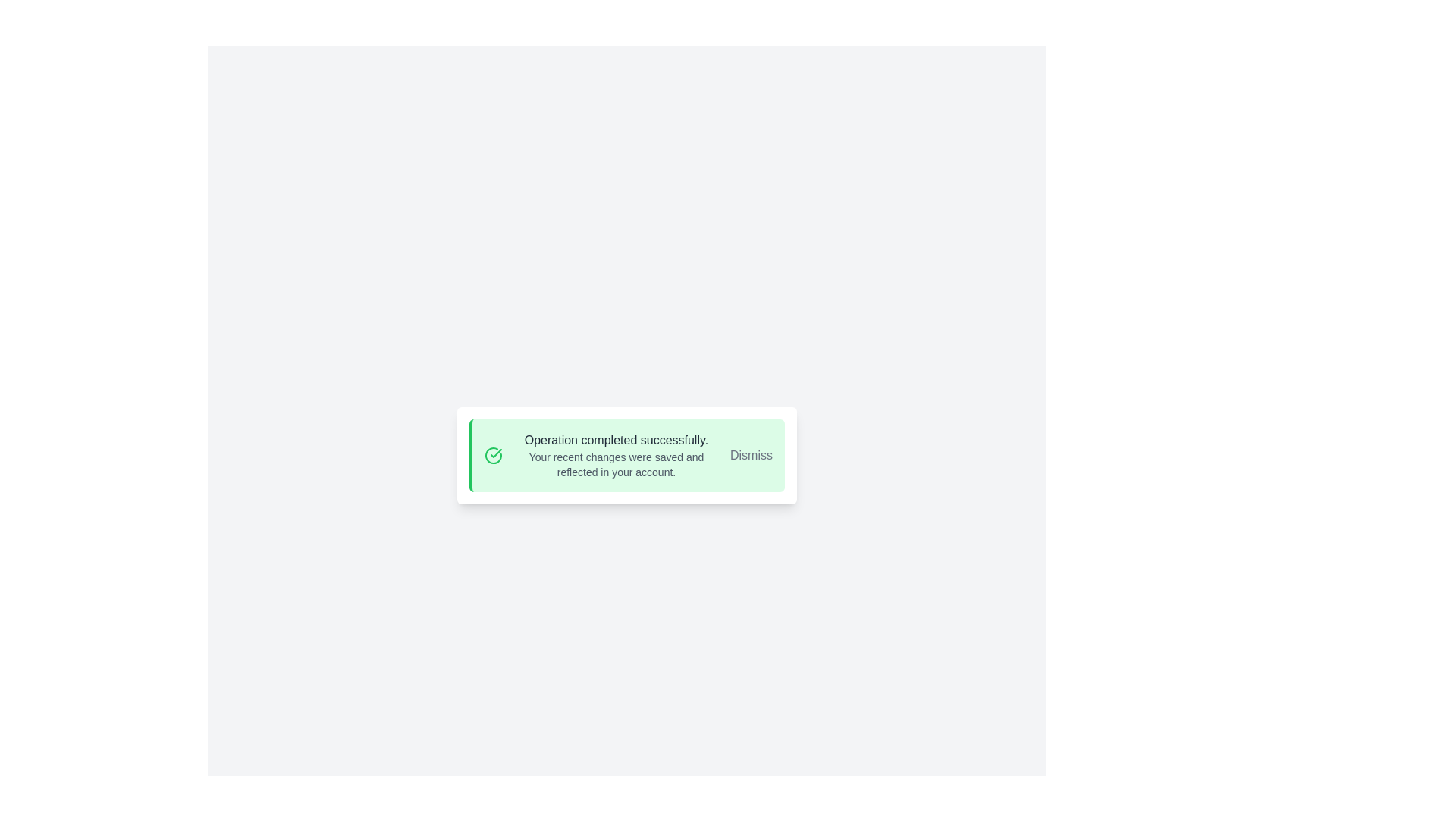 The height and width of the screenshot is (819, 1456). Describe the element at coordinates (616, 464) in the screenshot. I see `the text label that reads 'Your recent changes were saved and reflected in your account.' located in a notification card, which is visually subordinate to the bold headline 'Operation completed successfully.'` at that location.